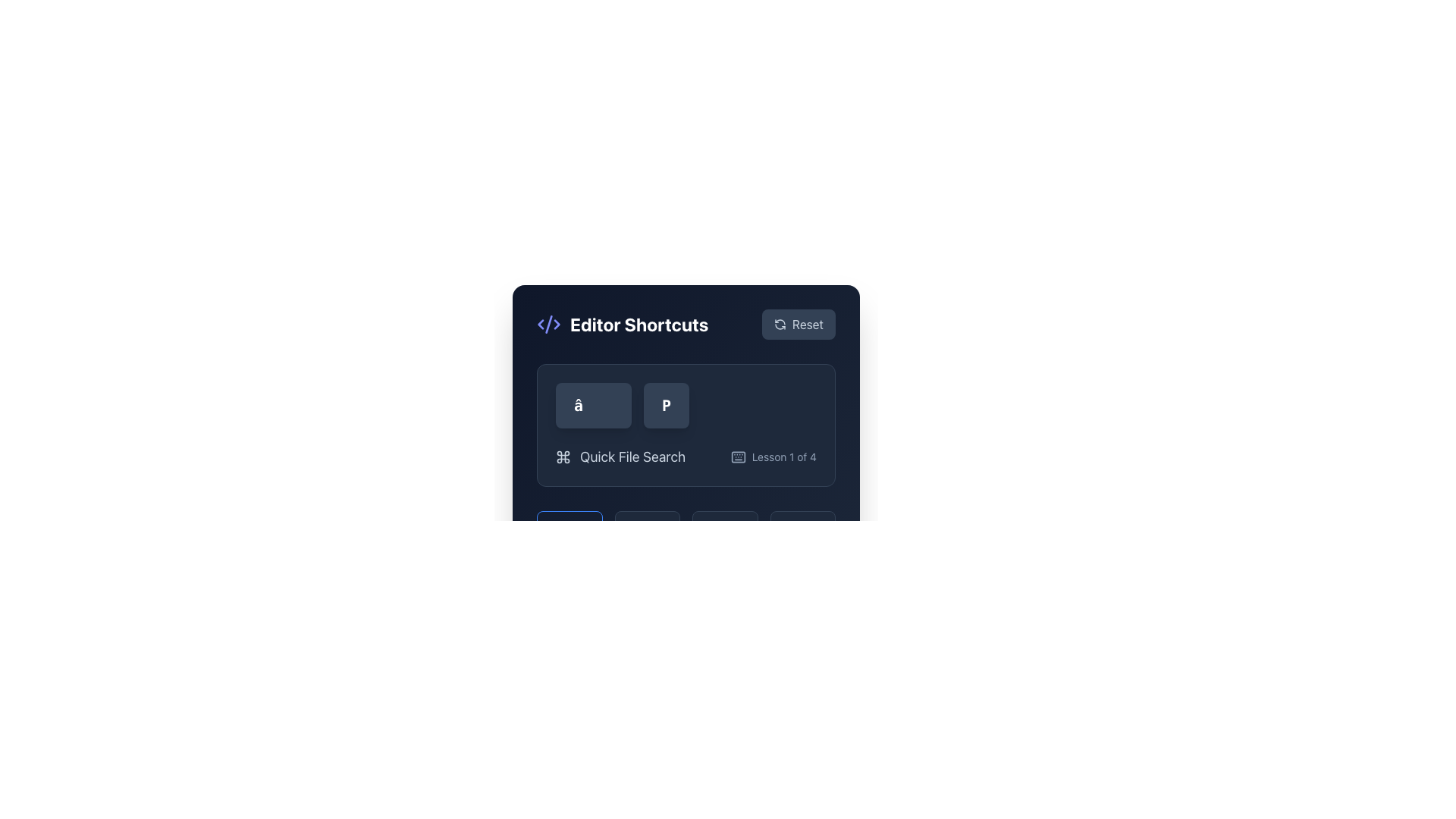 The height and width of the screenshot is (819, 1456). I want to click on the button labeled 'P' located in the second slot of a horizontal group of buttons, positioned in the upper-middle section of the interface, so click(666, 405).